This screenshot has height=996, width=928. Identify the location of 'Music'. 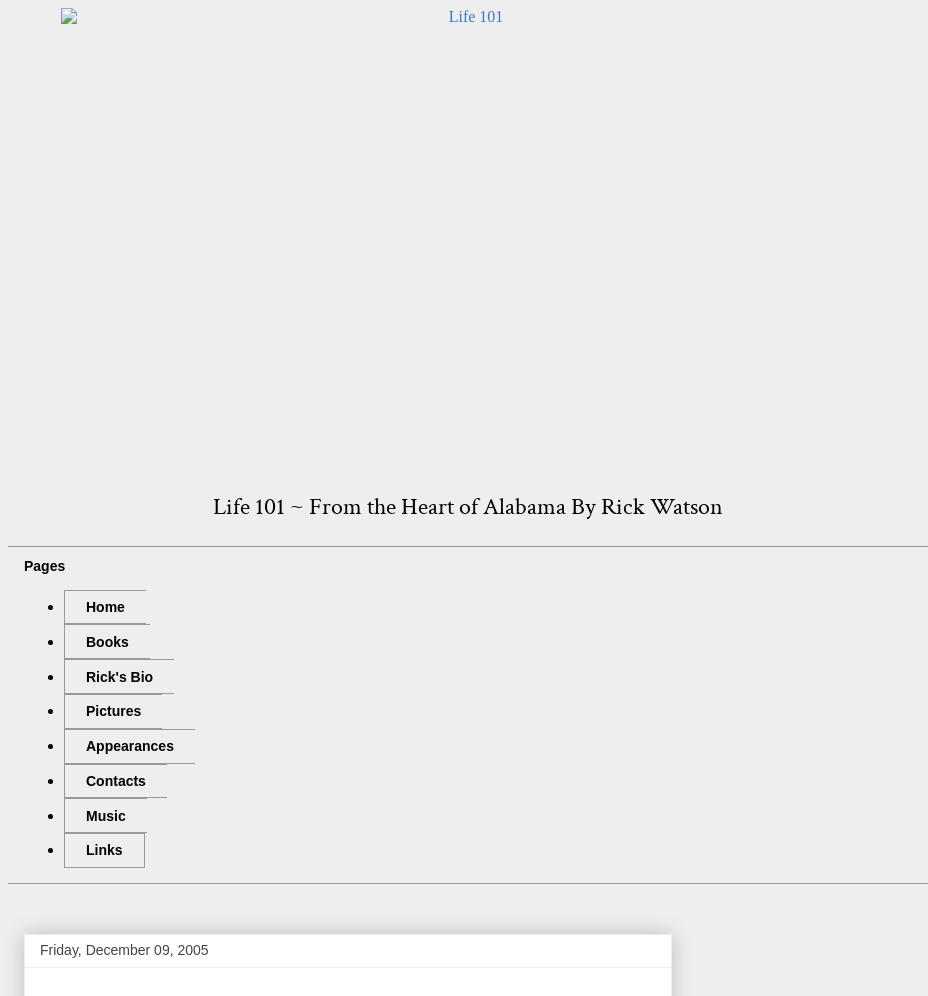
(104, 814).